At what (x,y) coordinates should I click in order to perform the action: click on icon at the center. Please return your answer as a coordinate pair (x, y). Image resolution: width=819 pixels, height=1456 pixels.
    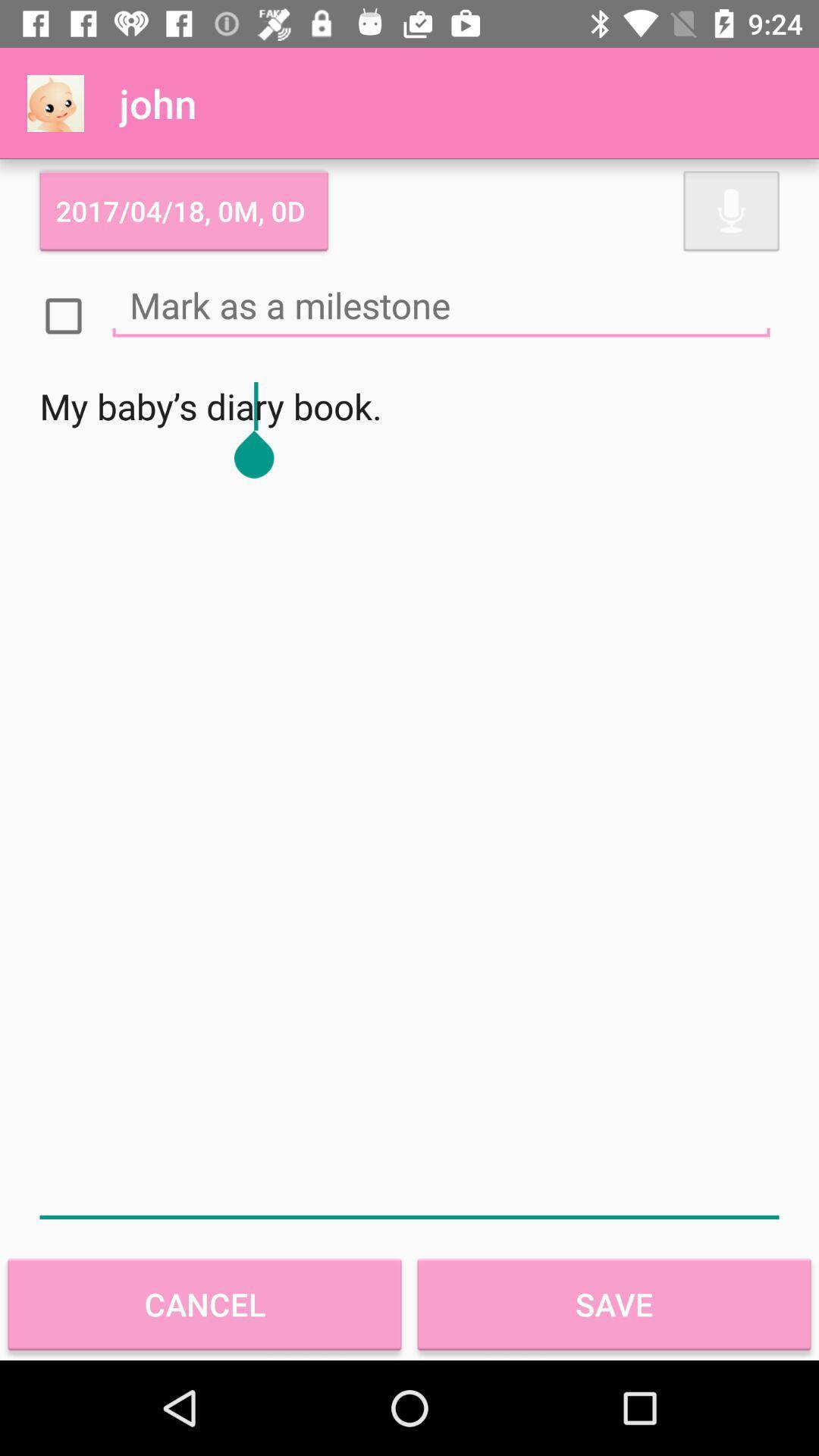
    Looking at the image, I should click on (409, 796).